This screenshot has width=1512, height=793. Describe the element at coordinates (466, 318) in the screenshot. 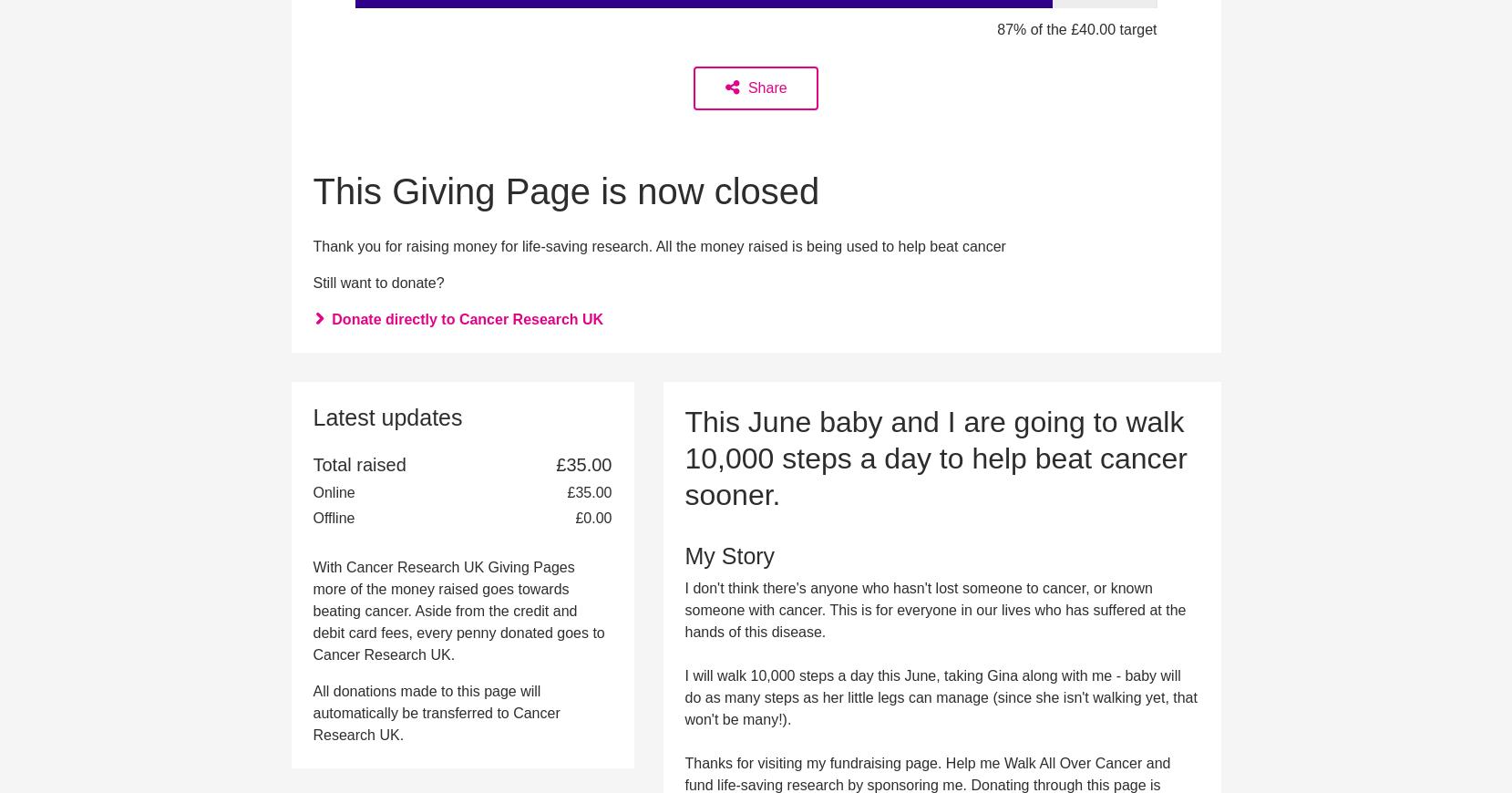

I see `'Donate directly to Cancer Research UK'` at that location.